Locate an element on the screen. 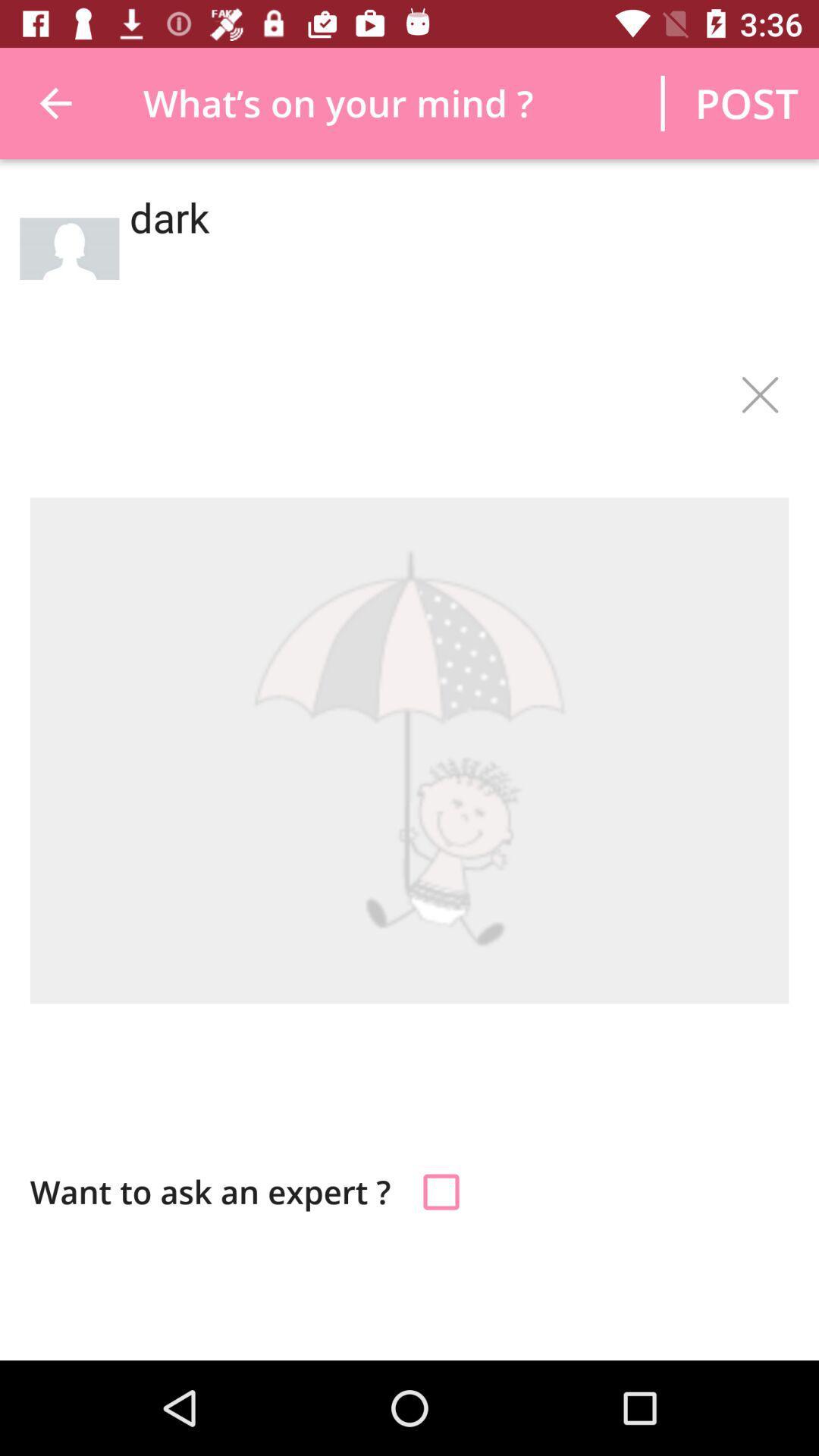  dark item is located at coordinates (453, 265).